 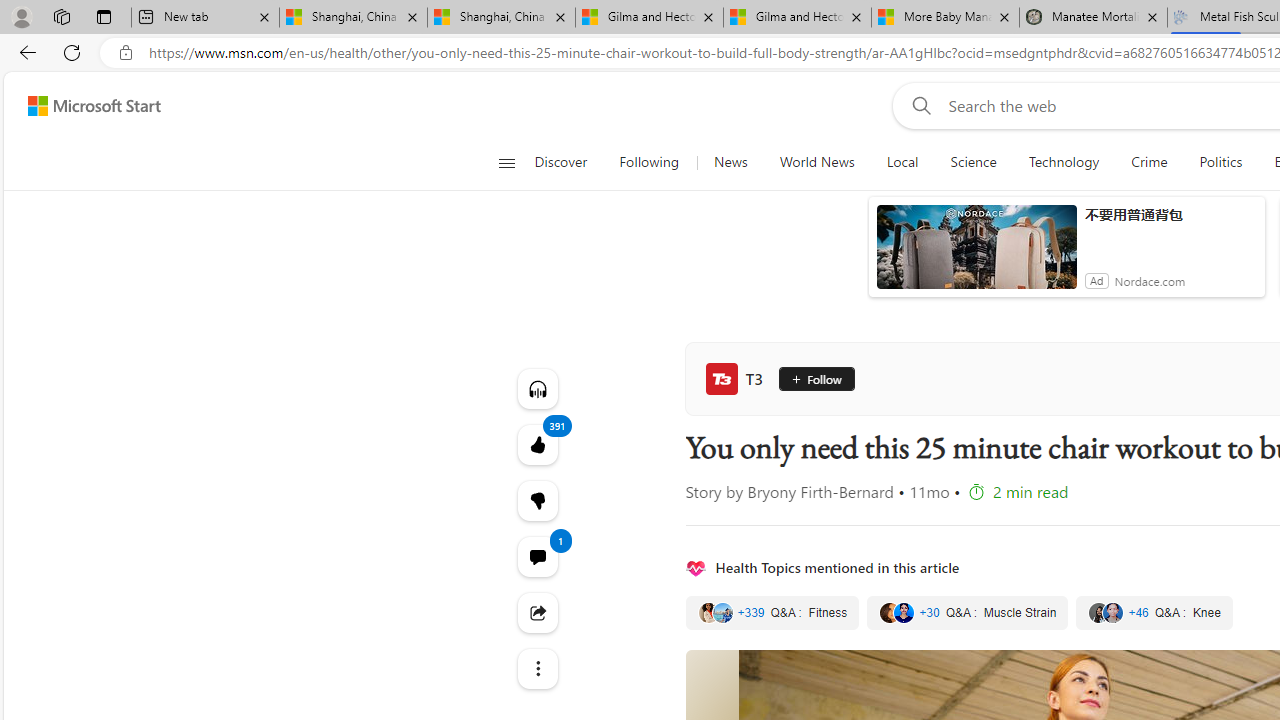 What do you see at coordinates (537, 388) in the screenshot?
I see `'Listen to this article'` at bounding box center [537, 388].